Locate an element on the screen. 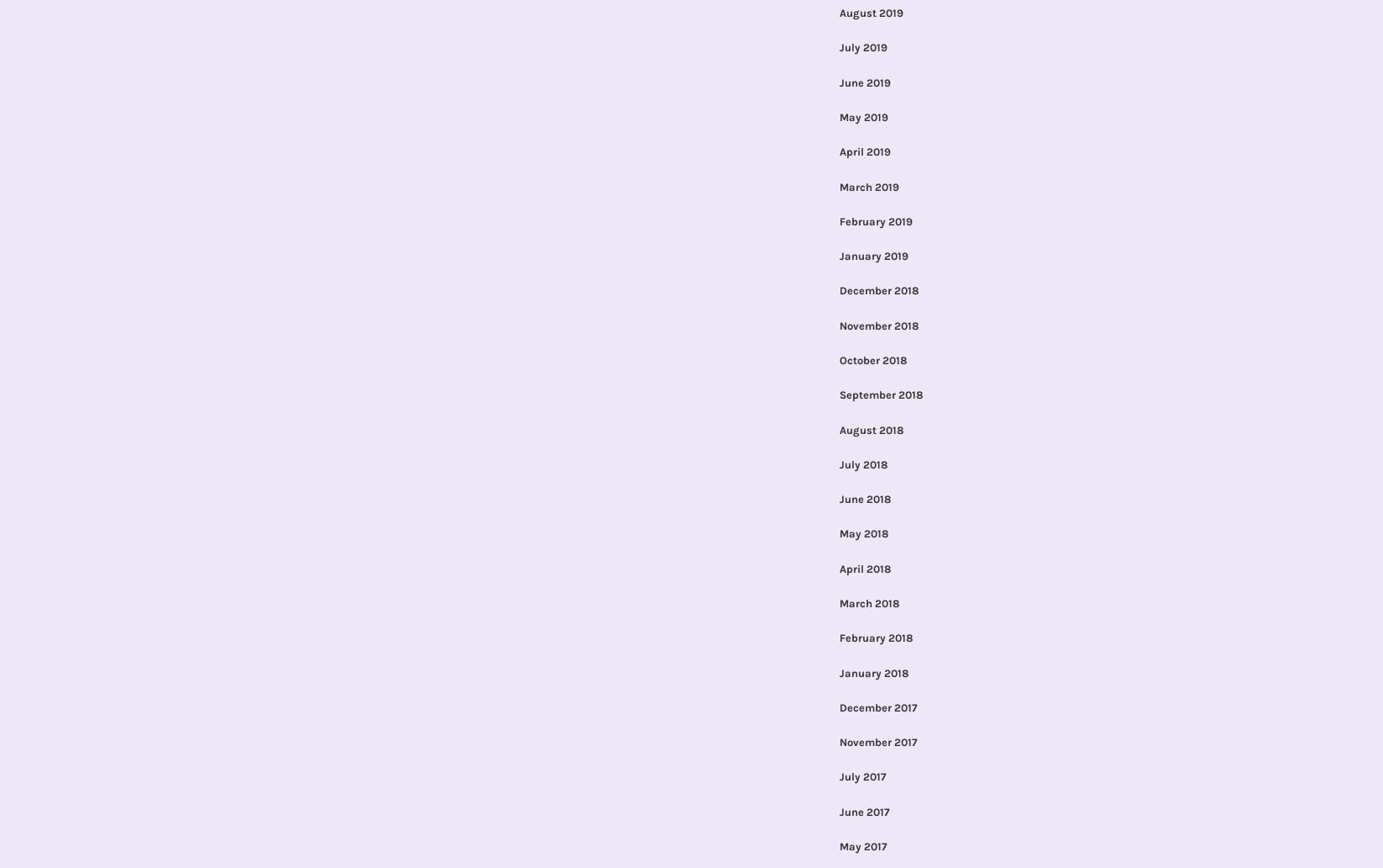 This screenshot has width=1383, height=868. 'July 2019' is located at coordinates (861, 47).